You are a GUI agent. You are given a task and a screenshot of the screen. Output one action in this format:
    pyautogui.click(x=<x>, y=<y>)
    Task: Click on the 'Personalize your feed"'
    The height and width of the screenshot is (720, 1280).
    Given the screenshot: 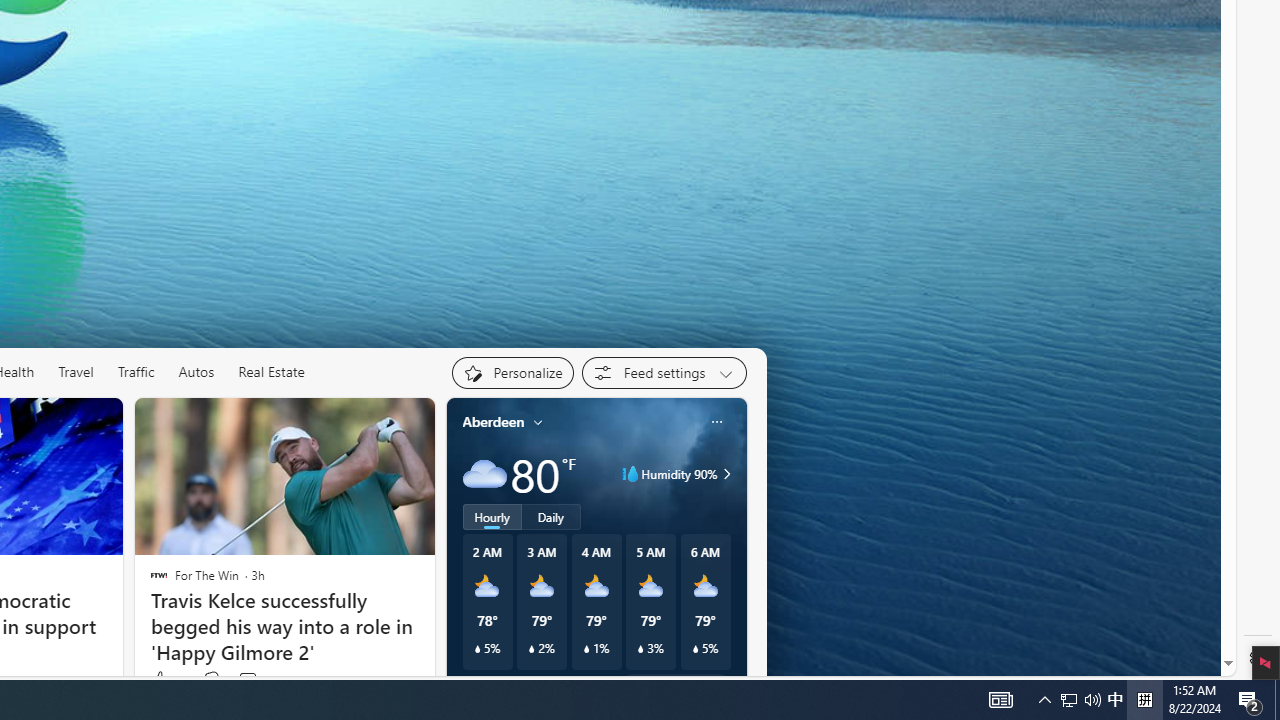 What is the action you would take?
    pyautogui.click(x=512, y=372)
    